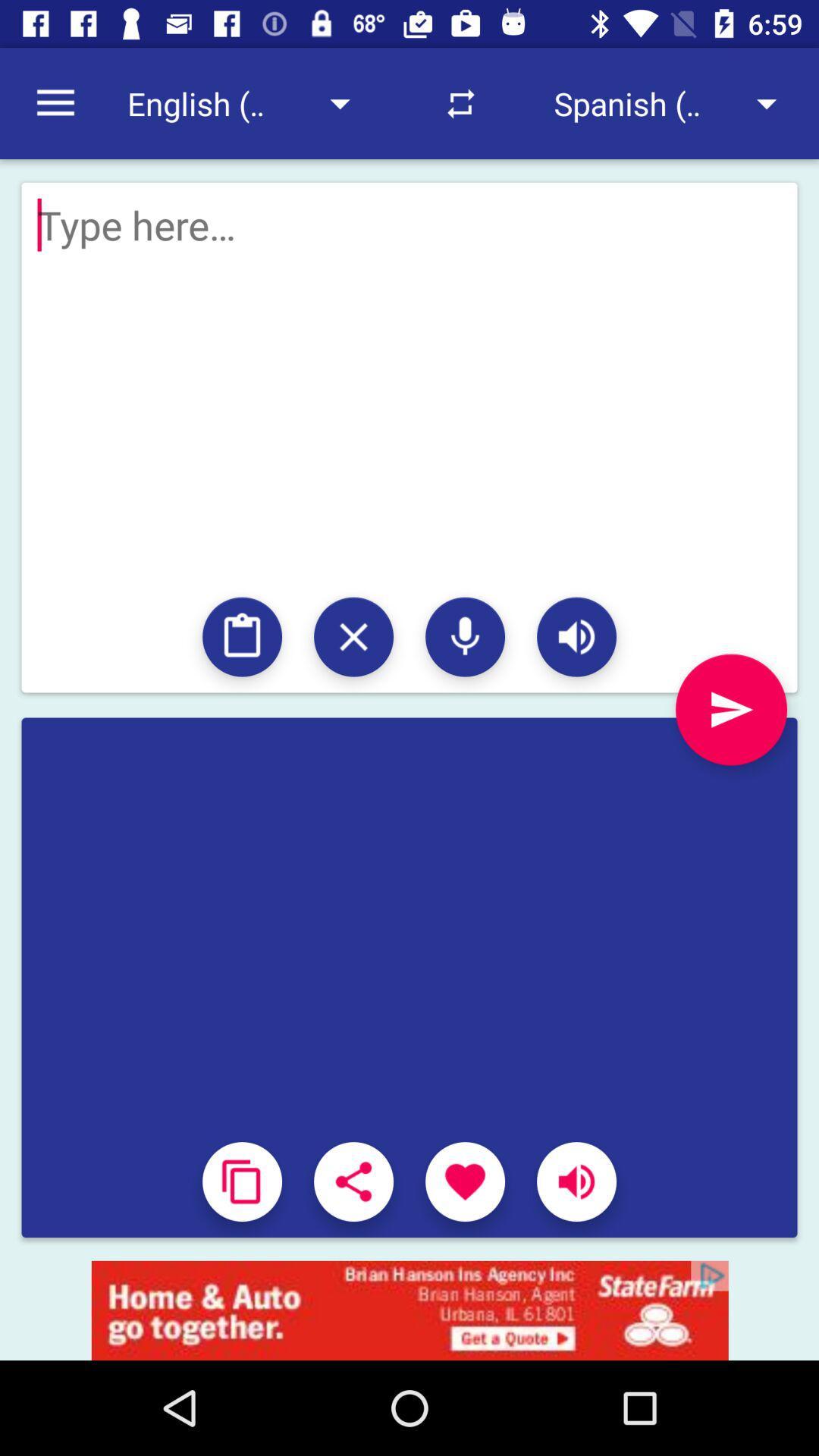  What do you see at coordinates (730, 709) in the screenshot?
I see `to sent button` at bounding box center [730, 709].